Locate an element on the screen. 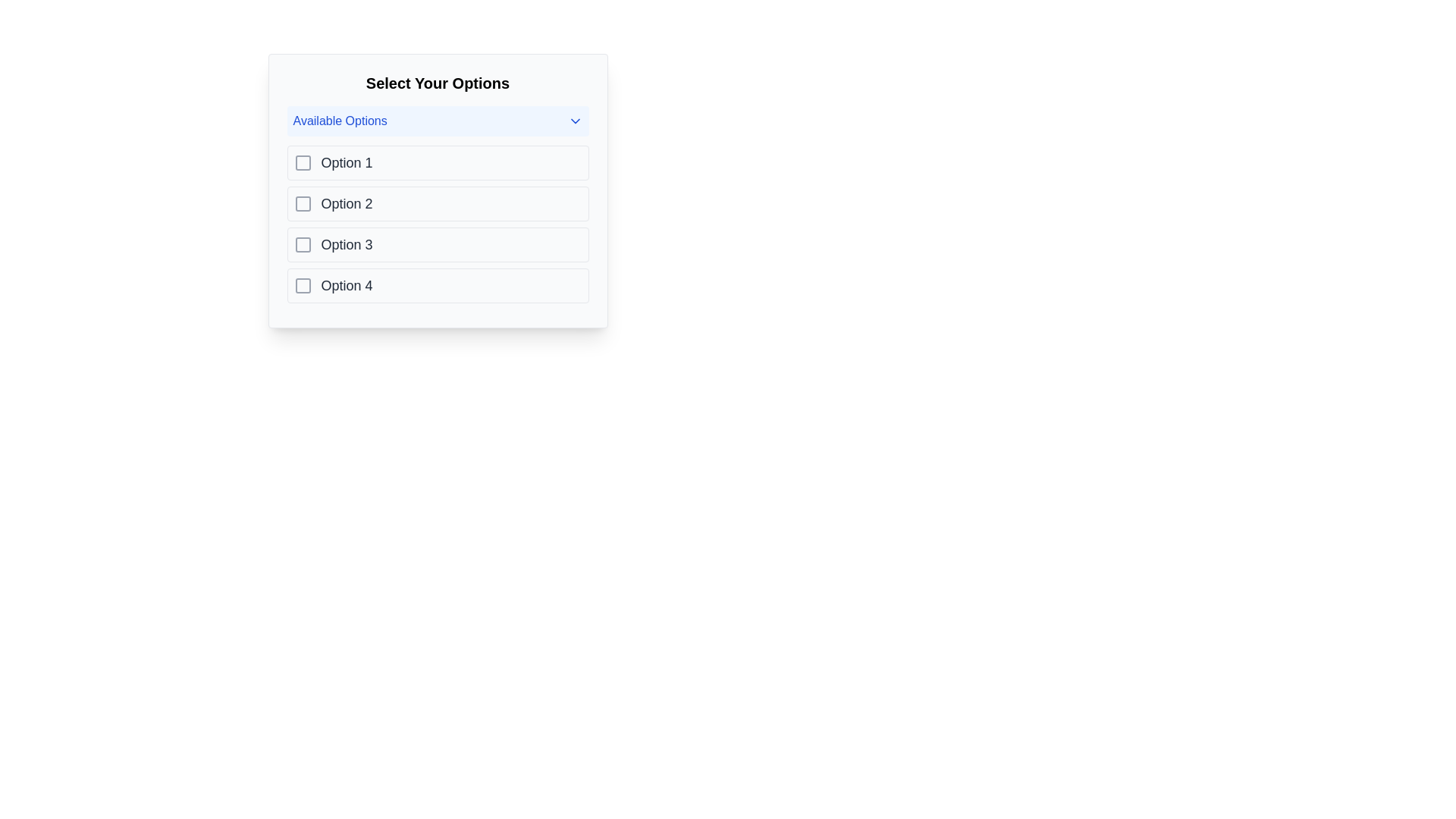 The height and width of the screenshot is (819, 1456). the checkbox of the fourth option labeled 'Option 4' is located at coordinates (303, 286).